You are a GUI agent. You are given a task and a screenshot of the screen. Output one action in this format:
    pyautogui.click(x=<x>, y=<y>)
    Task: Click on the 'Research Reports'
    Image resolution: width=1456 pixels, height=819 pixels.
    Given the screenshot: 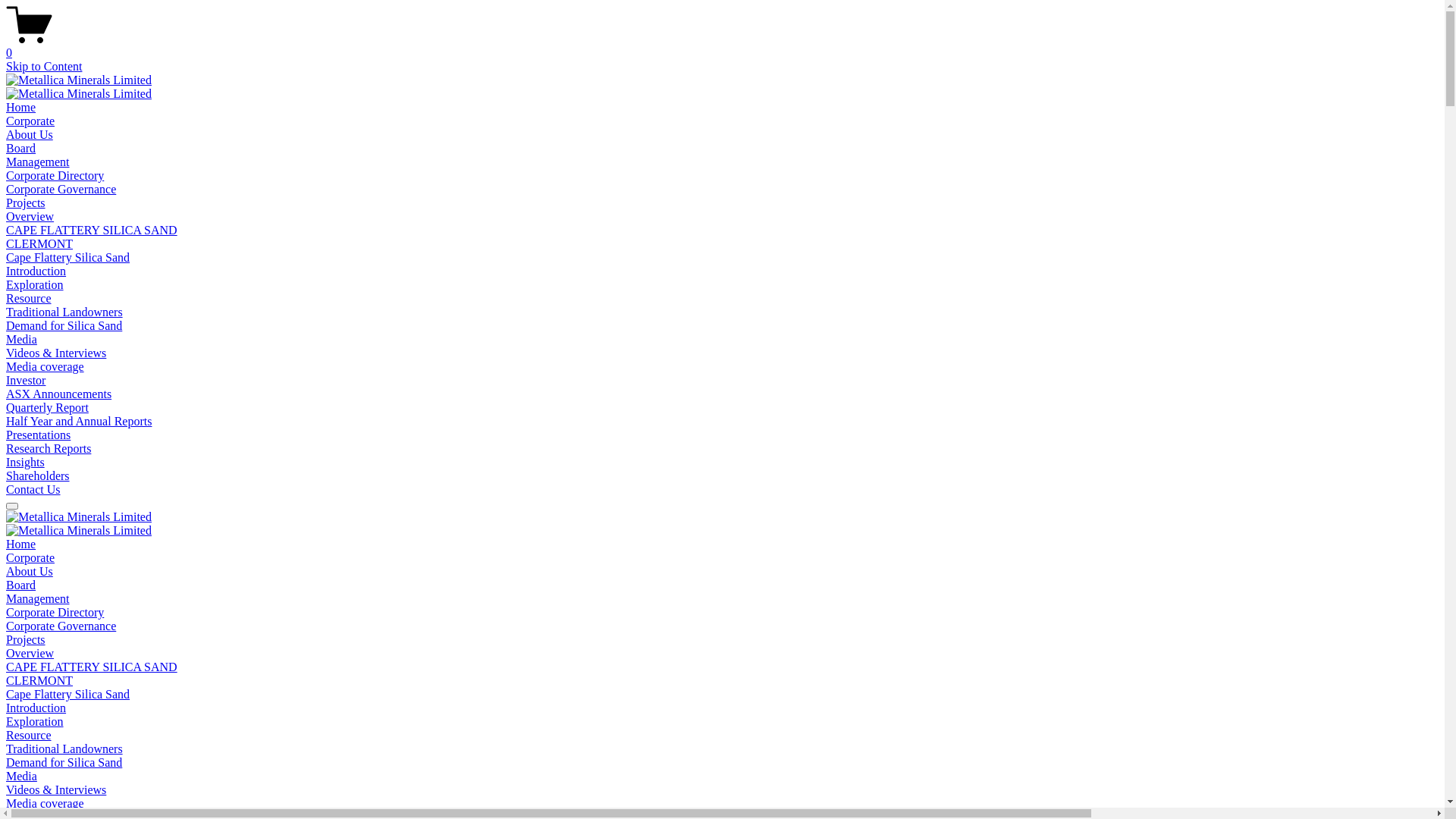 What is the action you would take?
    pyautogui.click(x=48, y=447)
    